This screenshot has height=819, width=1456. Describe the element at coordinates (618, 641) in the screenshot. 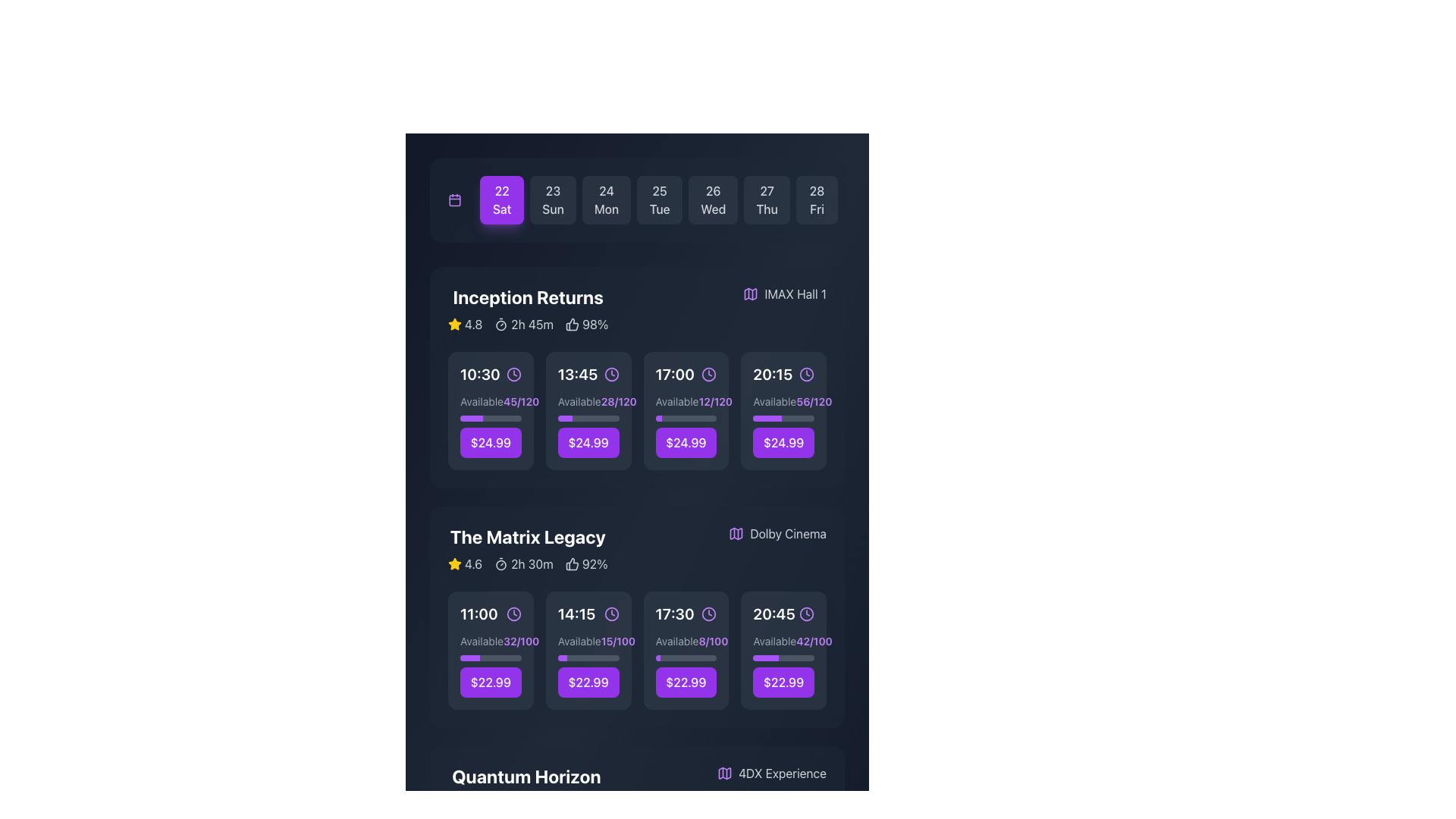

I see `the text label indicating available tickets, which displays '15/100' and is located to the right of the word 'Available' in the second card under 'The Matrix Legacy' section` at that location.